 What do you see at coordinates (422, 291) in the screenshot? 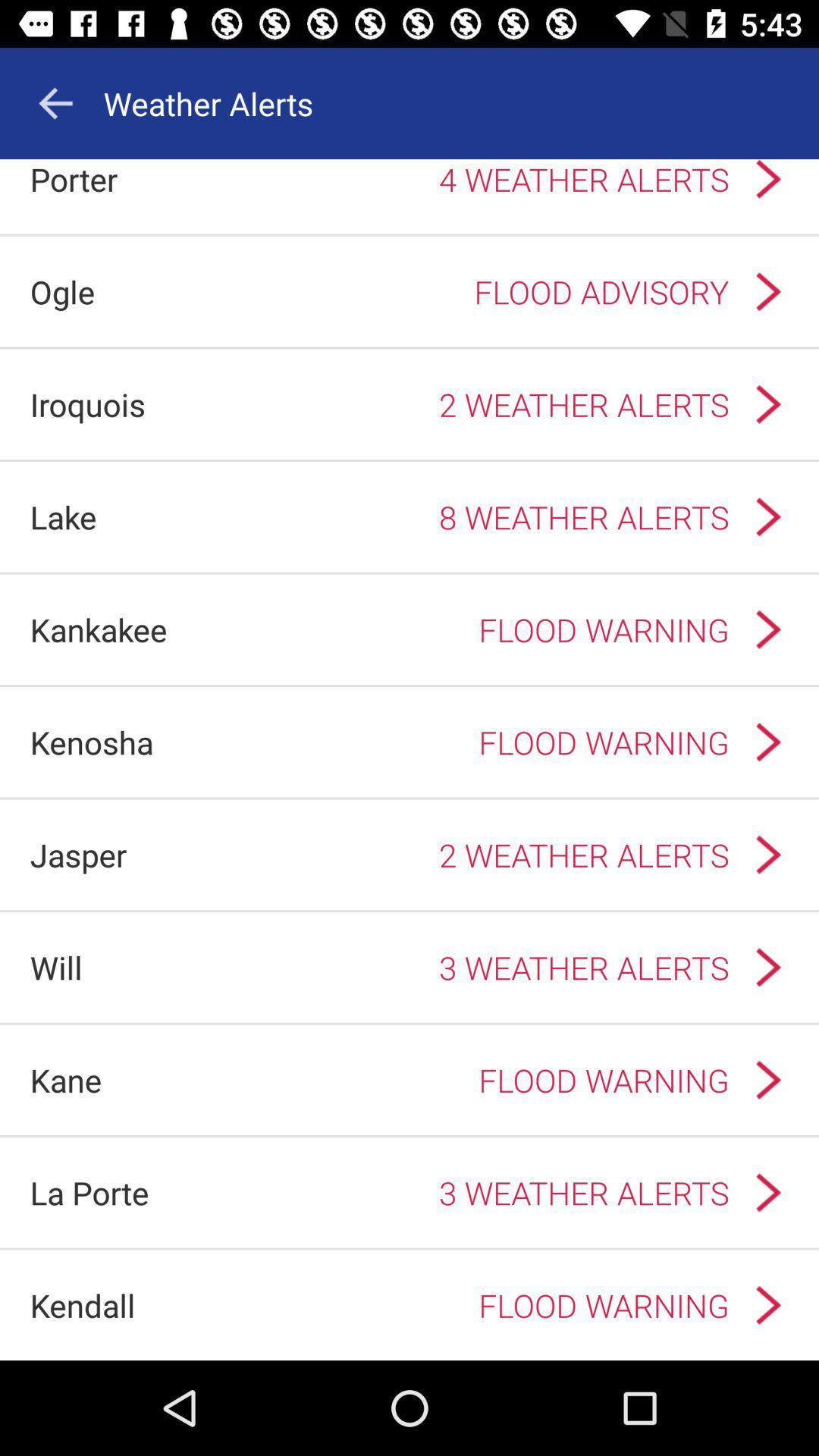
I see `flood advisory app` at bounding box center [422, 291].